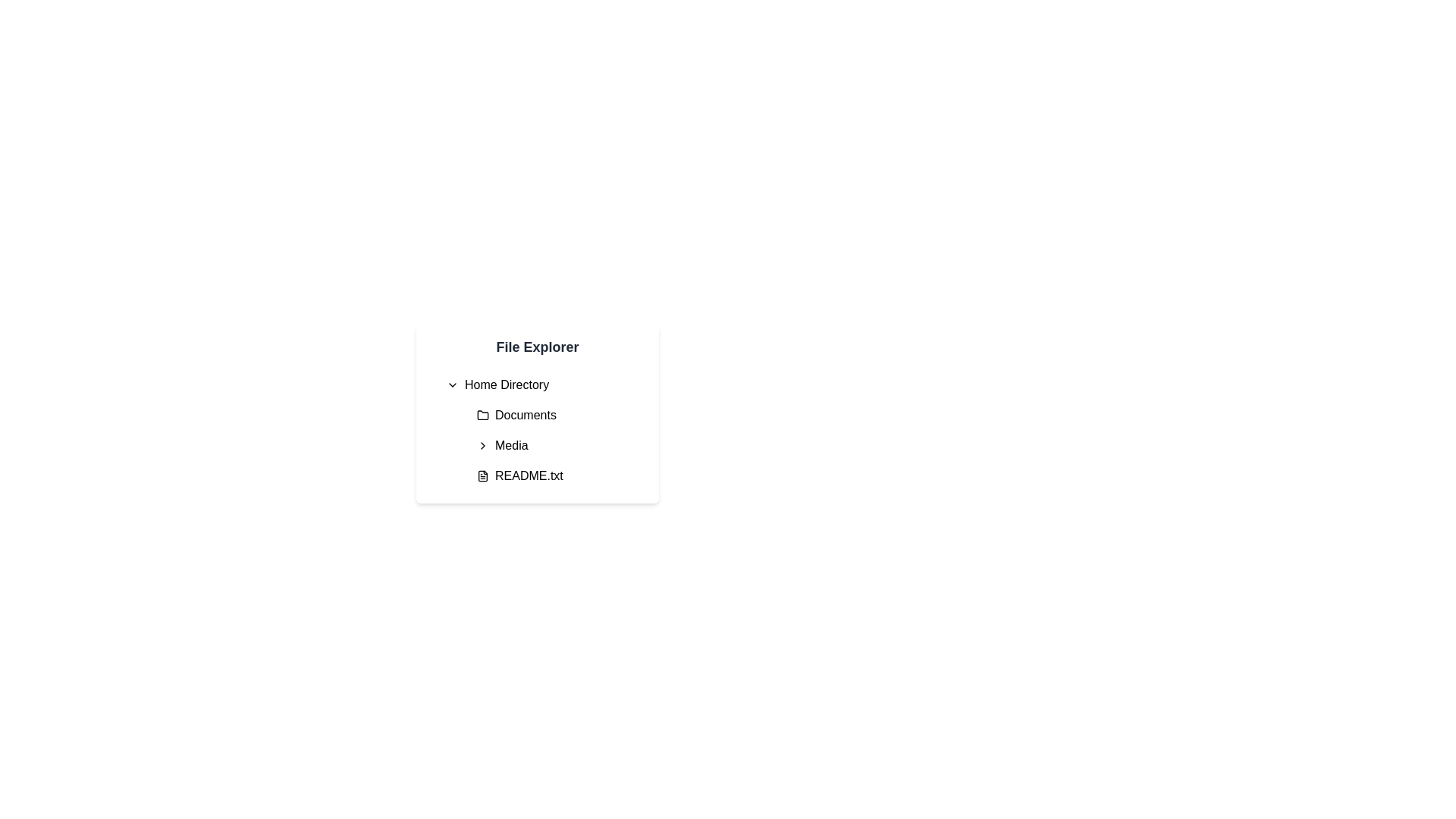 Image resolution: width=1456 pixels, height=819 pixels. I want to click on the 'README.txt' file icon located in the 'File Explorer' UI section to associate it with its label, so click(482, 475).